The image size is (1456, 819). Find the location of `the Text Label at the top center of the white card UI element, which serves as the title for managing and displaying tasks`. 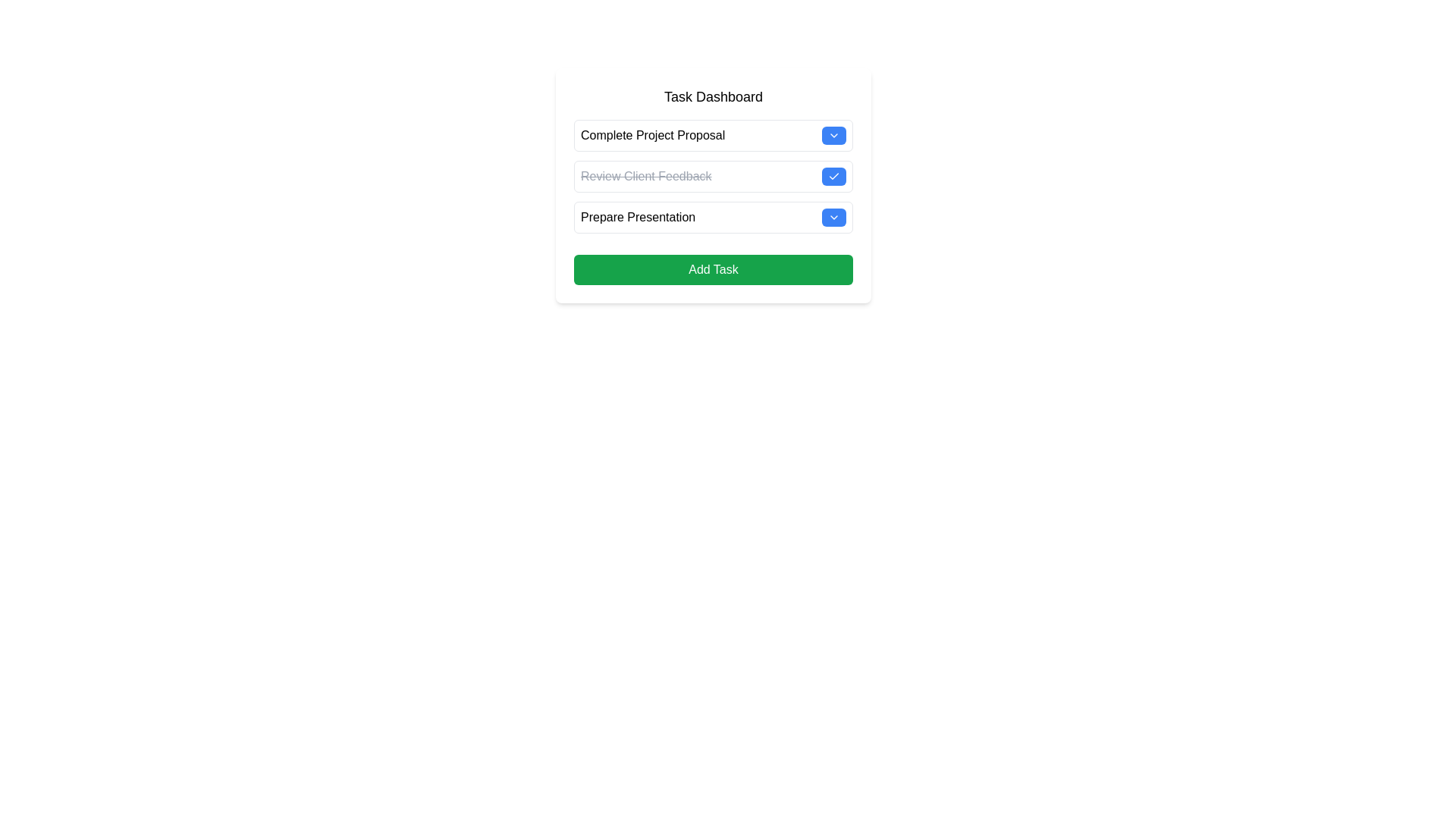

the Text Label at the top center of the white card UI element, which serves as the title for managing and displaying tasks is located at coordinates (712, 96).